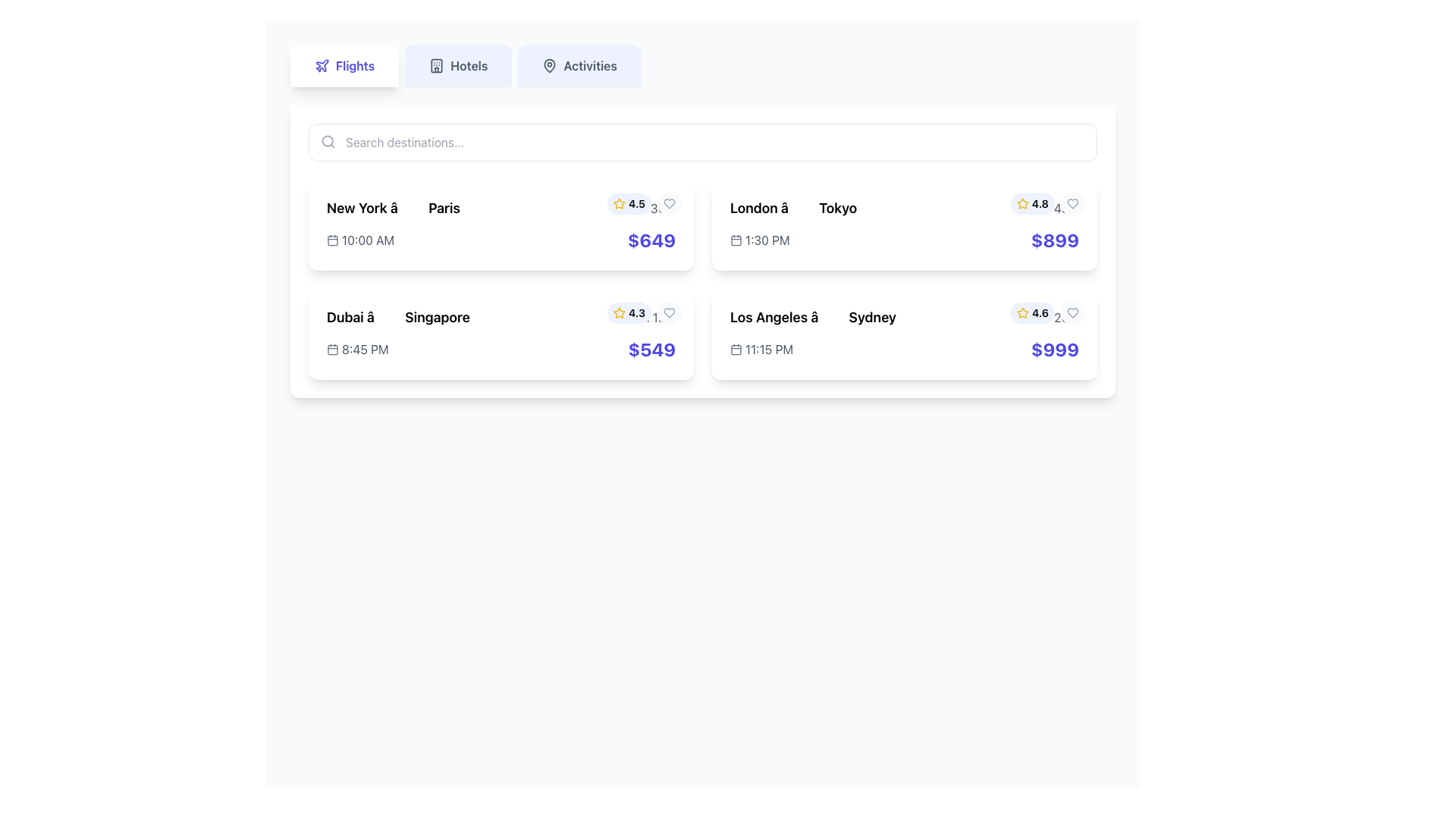  Describe the element at coordinates (1072, 312) in the screenshot. I see `the heart icon located at the top-right corner of the second card in the second row, which marks the travel itinerary from 'Los Angeles' to 'Sydney'` at that location.